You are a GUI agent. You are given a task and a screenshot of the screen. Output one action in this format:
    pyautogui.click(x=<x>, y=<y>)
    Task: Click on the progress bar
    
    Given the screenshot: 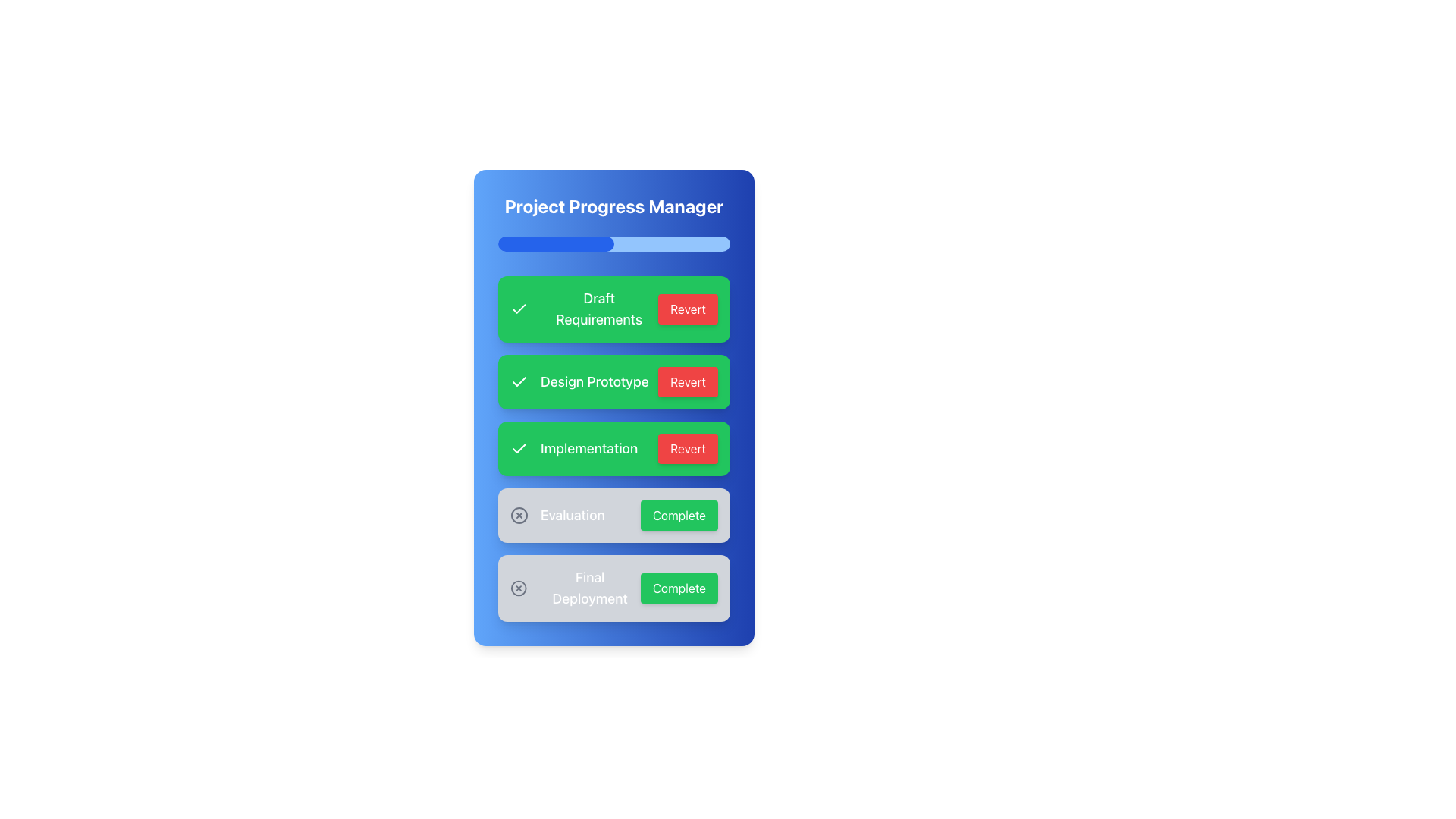 What is the action you would take?
    pyautogui.click(x=628, y=243)
    